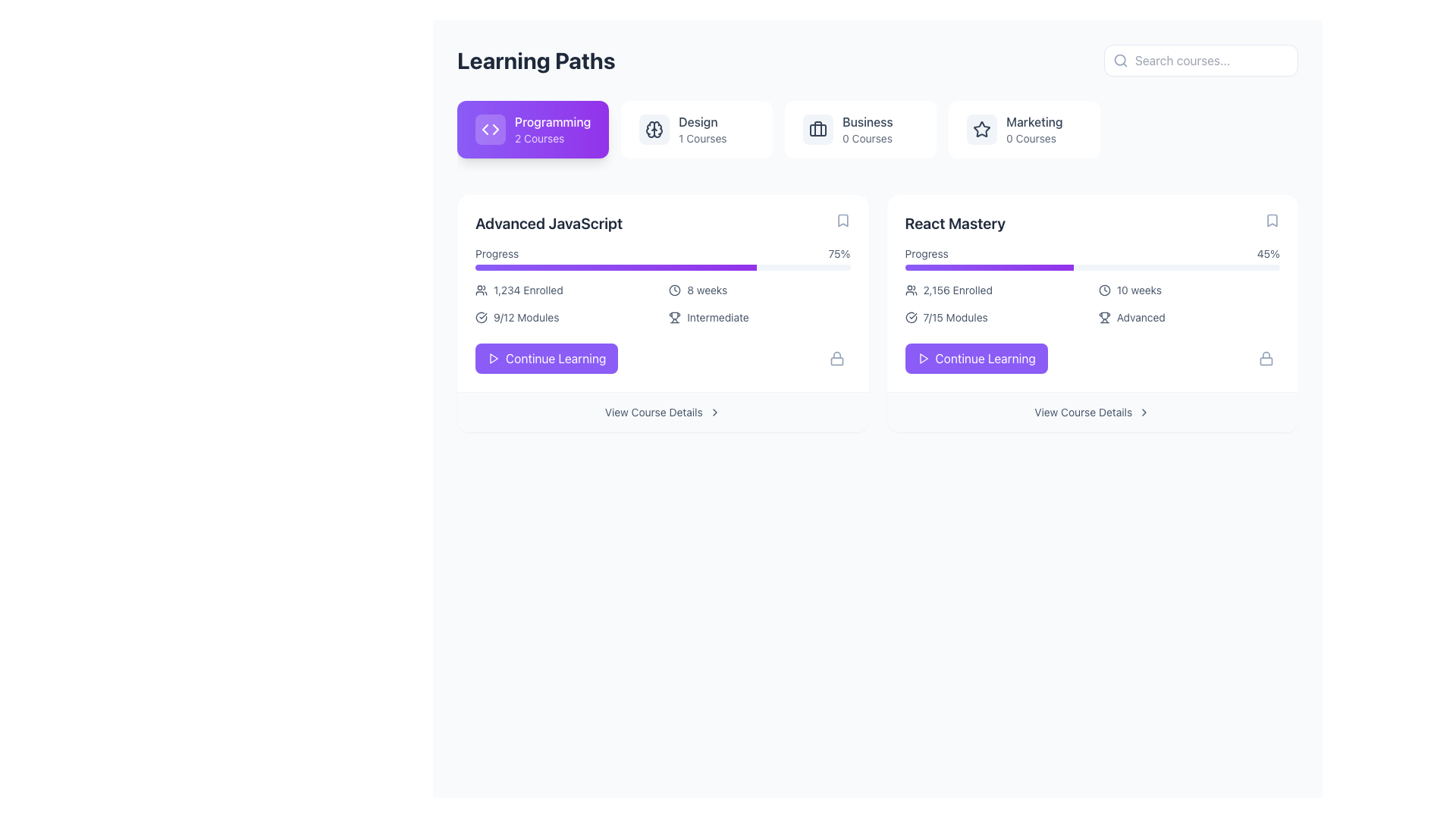 The height and width of the screenshot is (819, 1456). I want to click on the icon represented by angled brackets ('<>') within the 'Programming' card, located on the left side adjacent to the 'Programming' and '2 Courses' text, so click(491, 128).